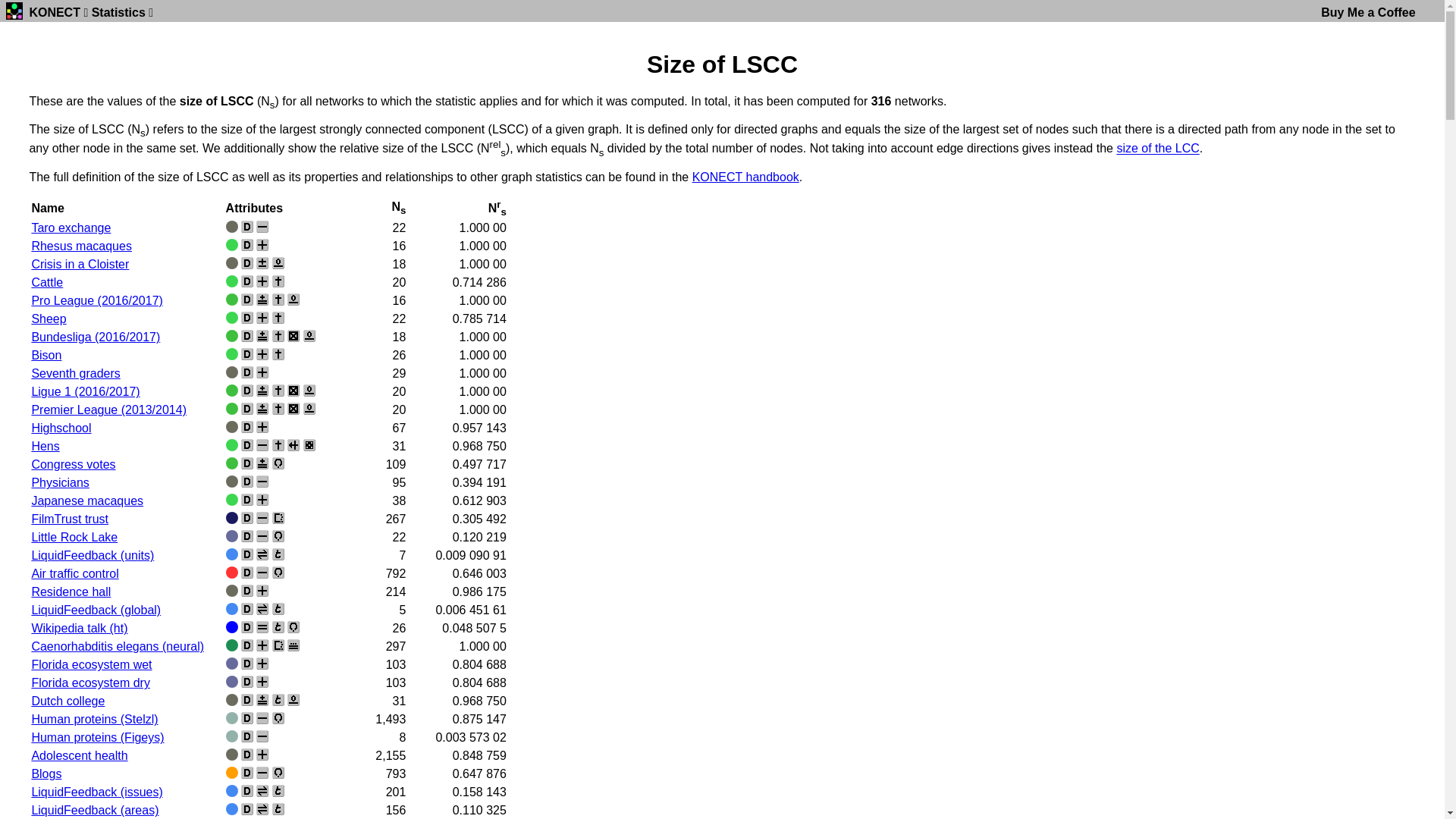 The image size is (1456, 819). Describe the element at coordinates (31, 428) in the screenshot. I see `'Highschool'` at that location.